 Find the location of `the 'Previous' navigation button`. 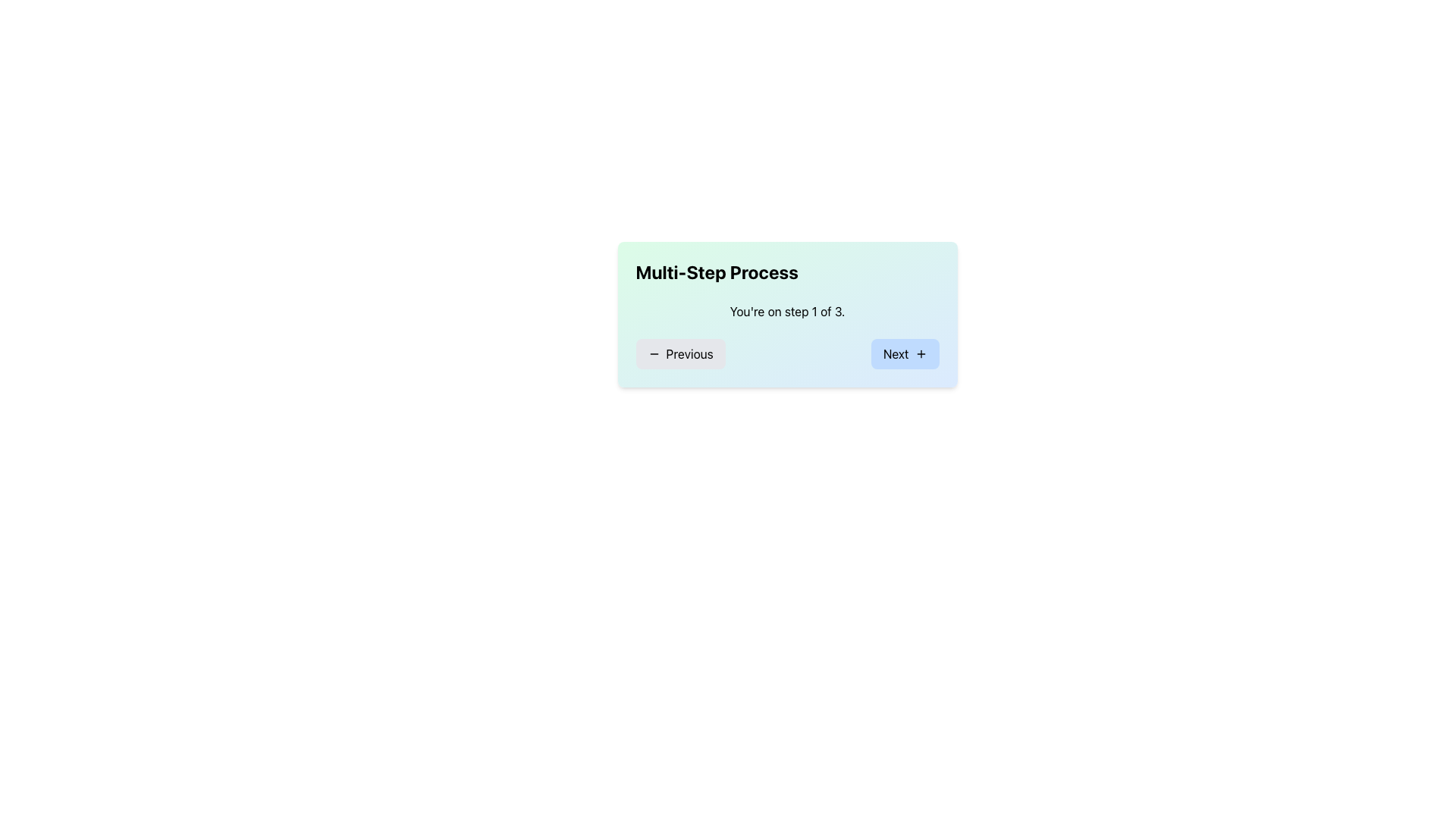

the 'Previous' navigation button is located at coordinates (679, 353).